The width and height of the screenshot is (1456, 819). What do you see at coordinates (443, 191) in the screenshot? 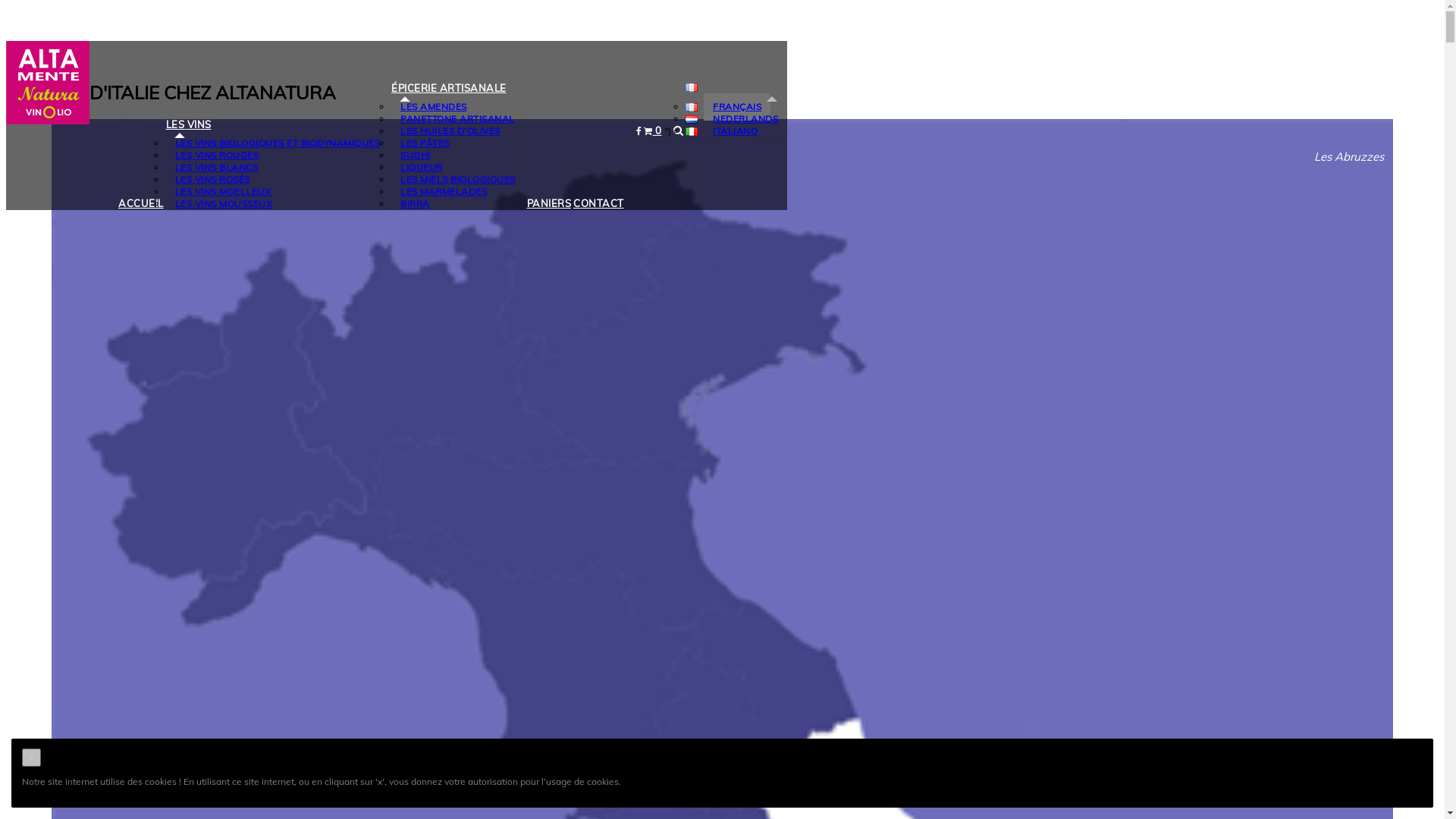
I see `'LES MARMELADES'` at bounding box center [443, 191].